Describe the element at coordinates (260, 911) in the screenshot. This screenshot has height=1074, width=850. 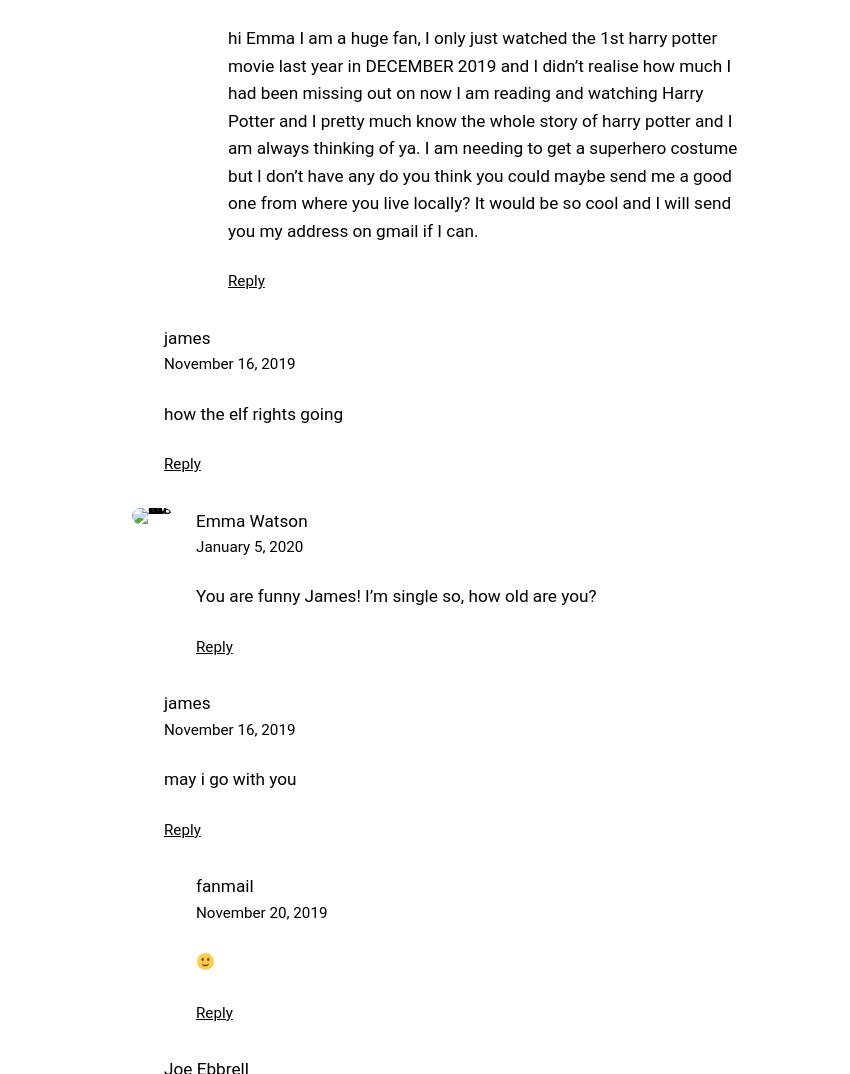
I see `'November 20, 2019'` at that location.